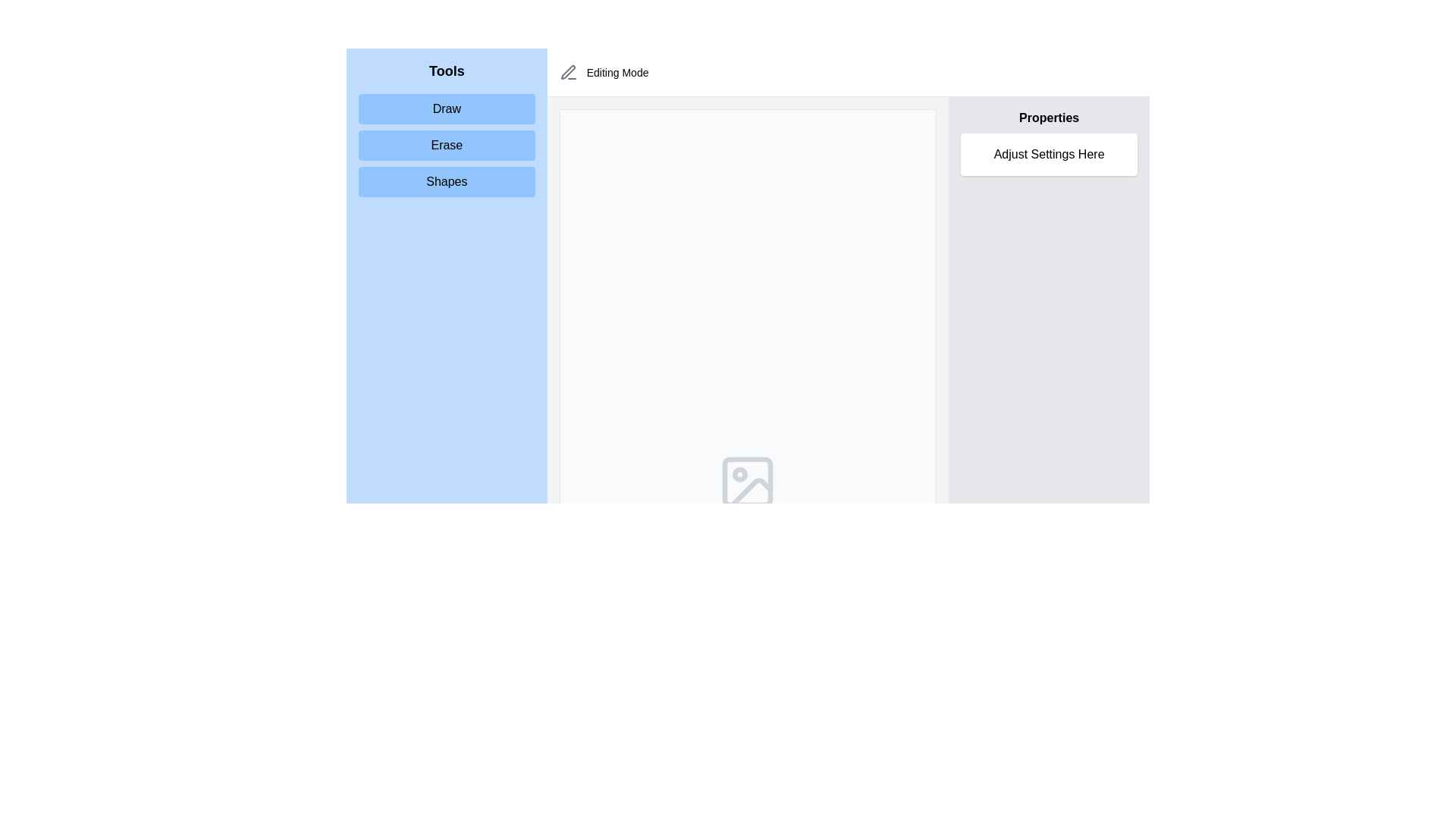  What do you see at coordinates (1048, 117) in the screenshot?
I see `the 'Properties' text label, which is a bold text widget displayed at the upper part of a section on the right side of the interface, located directly above the 'Adjust Settings Here' box` at bounding box center [1048, 117].